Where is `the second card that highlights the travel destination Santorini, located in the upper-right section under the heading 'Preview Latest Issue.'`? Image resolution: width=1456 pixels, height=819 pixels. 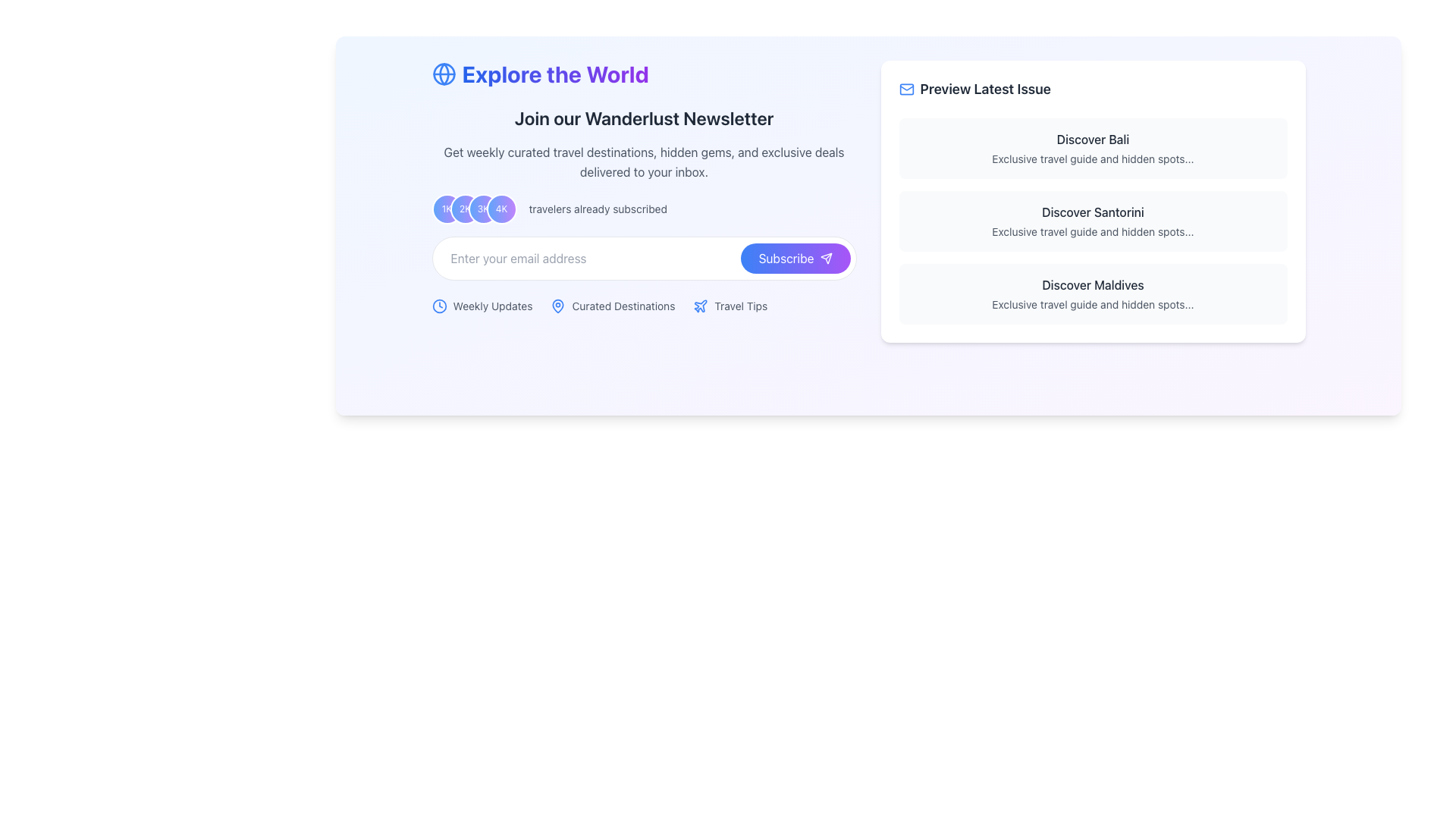
the second card that highlights the travel destination Santorini, located in the upper-right section under the heading 'Preview Latest Issue.' is located at coordinates (1093, 201).